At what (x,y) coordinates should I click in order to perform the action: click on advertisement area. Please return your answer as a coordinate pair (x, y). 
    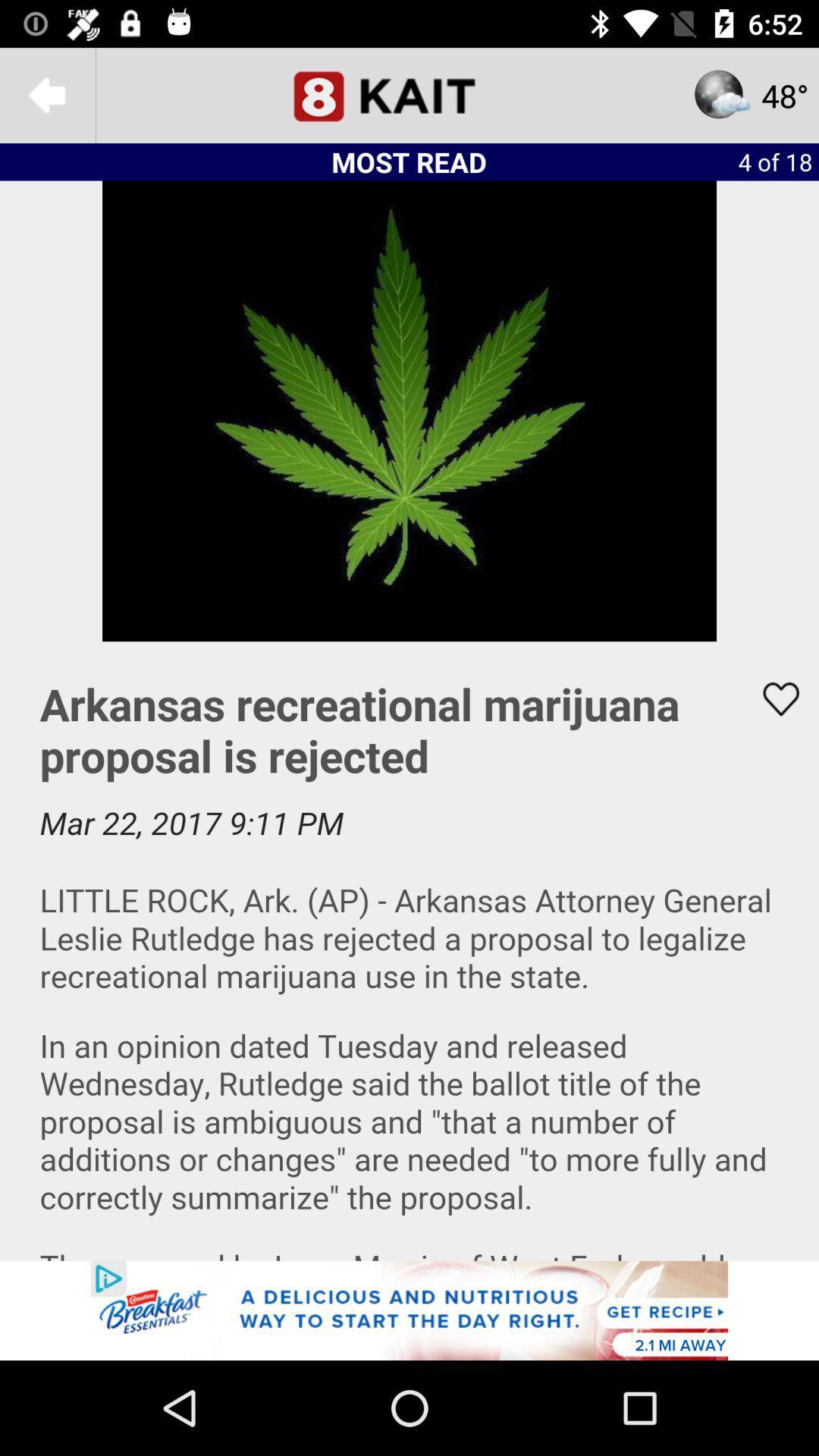
    Looking at the image, I should click on (409, 1310).